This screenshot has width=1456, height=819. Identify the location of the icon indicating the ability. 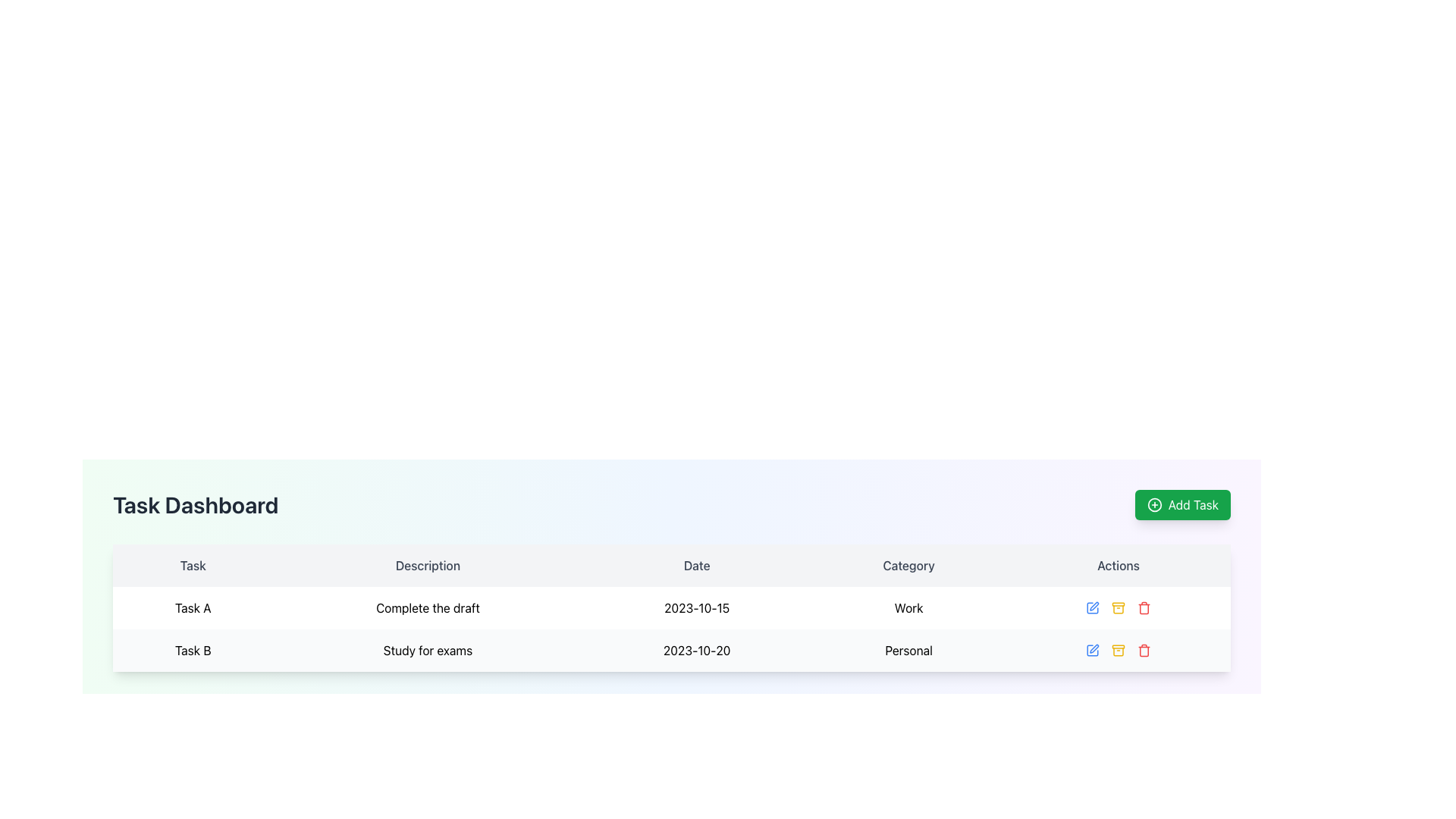
(1153, 505).